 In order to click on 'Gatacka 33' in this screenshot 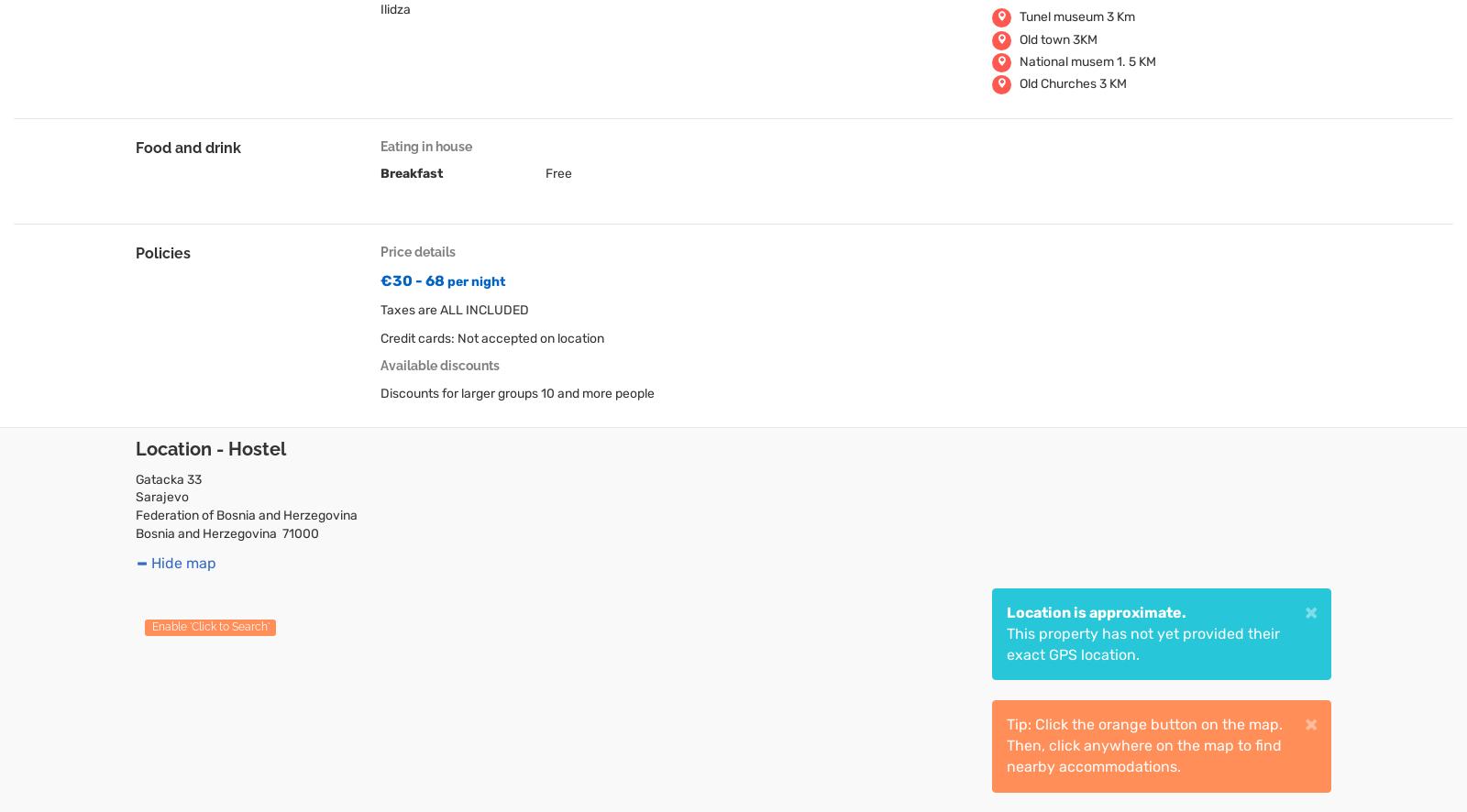, I will do `click(135, 477)`.